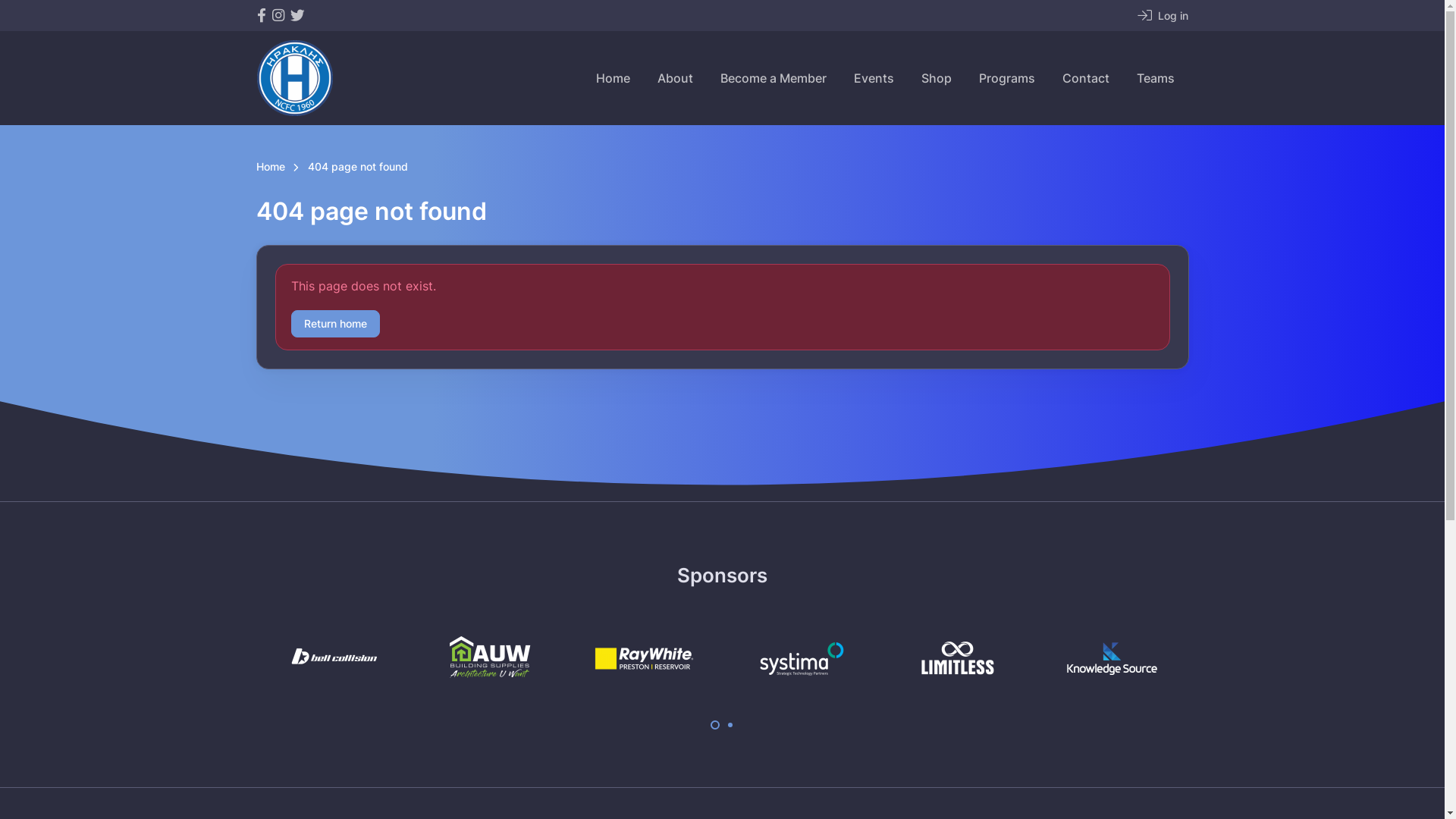  What do you see at coordinates (334, 323) in the screenshot?
I see `'Return home'` at bounding box center [334, 323].